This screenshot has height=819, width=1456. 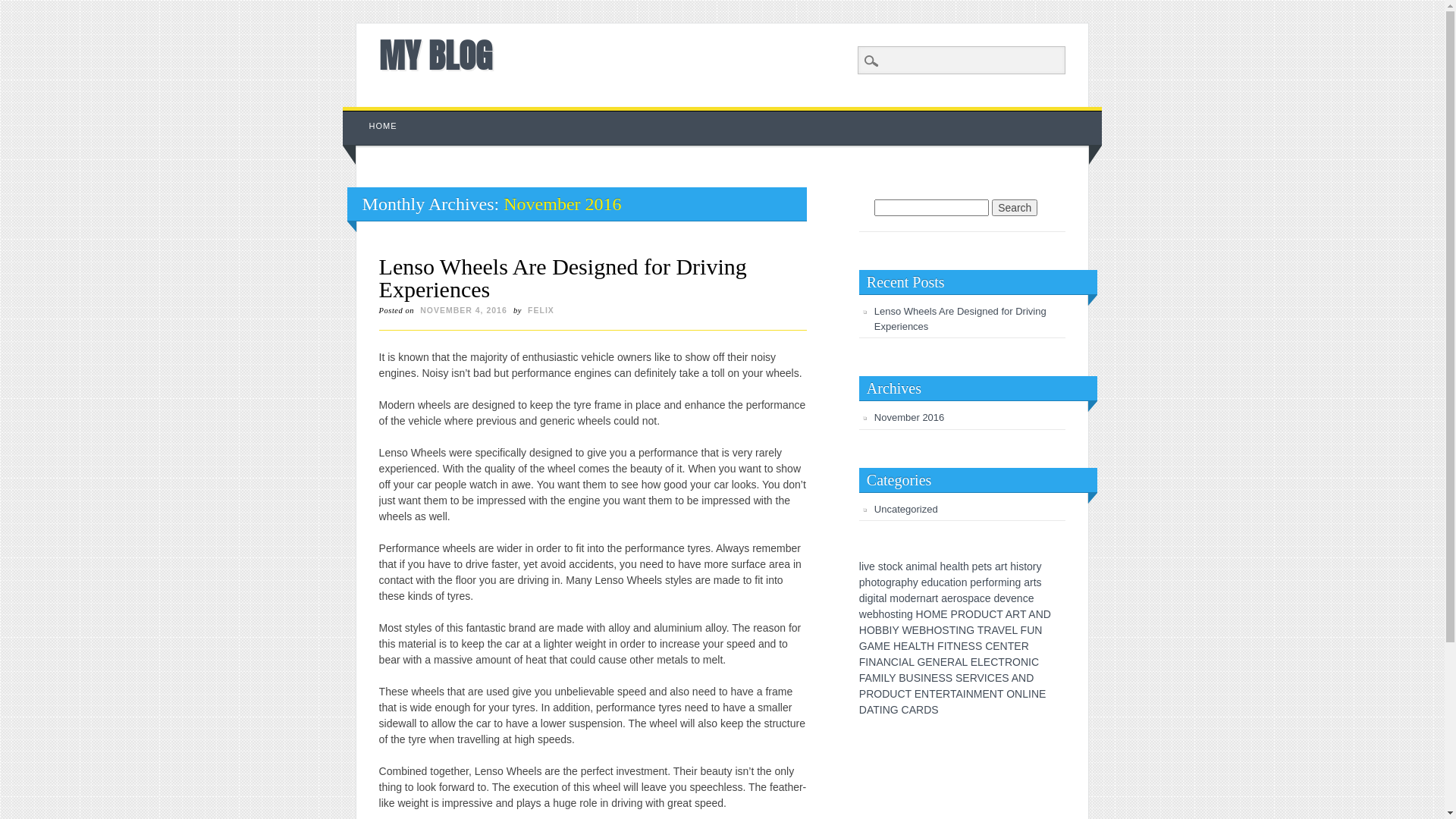 I want to click on 'H', so click(x=928, y=629).